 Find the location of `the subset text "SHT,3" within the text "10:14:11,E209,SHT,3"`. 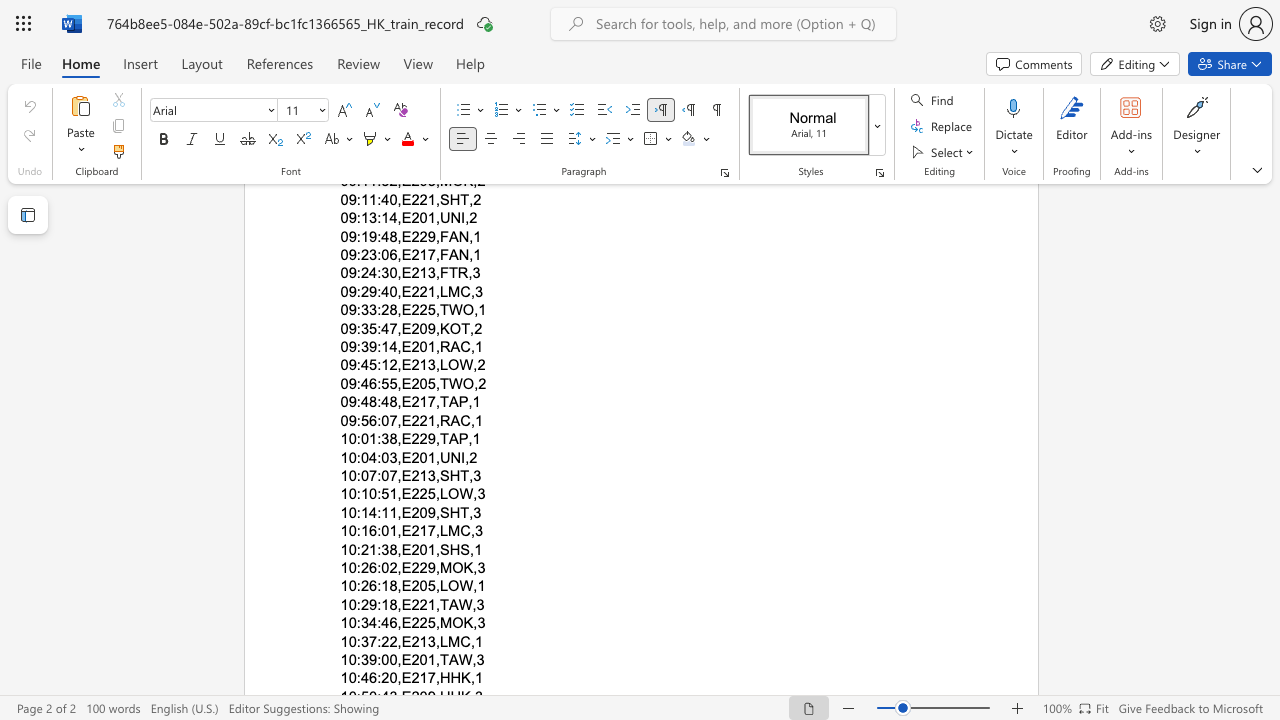

the subset text "SHT,3" within the text "10:14:11,E209,SHT,3" is located at coordinates (438, 511).